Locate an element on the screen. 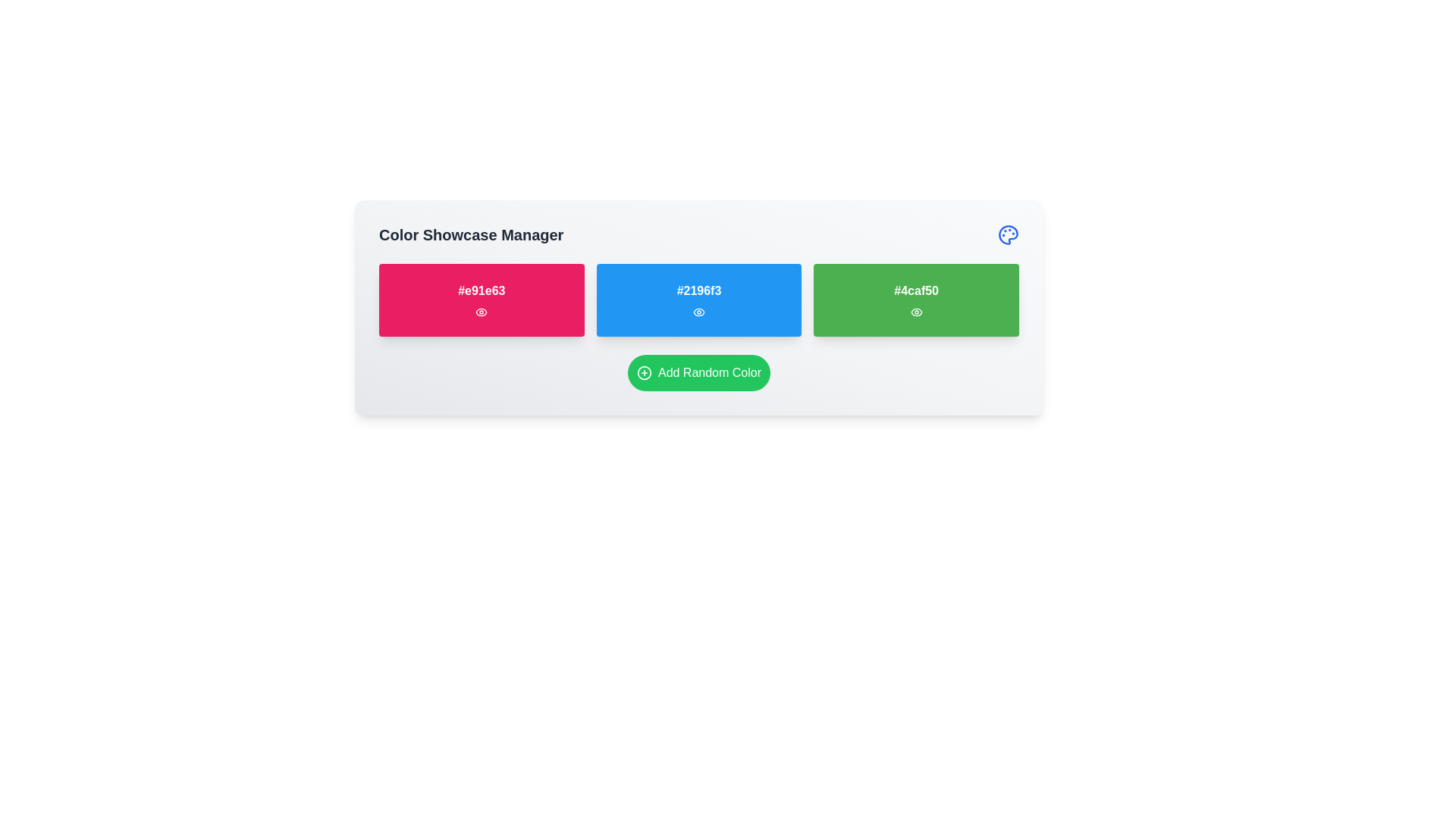 This screenshot has height=819, width=1456. the decorative plus-symbol graphic icon located at the center of the 'Add Random Color' button, which indicates addition or a new action is located at coordinates (644, 373).